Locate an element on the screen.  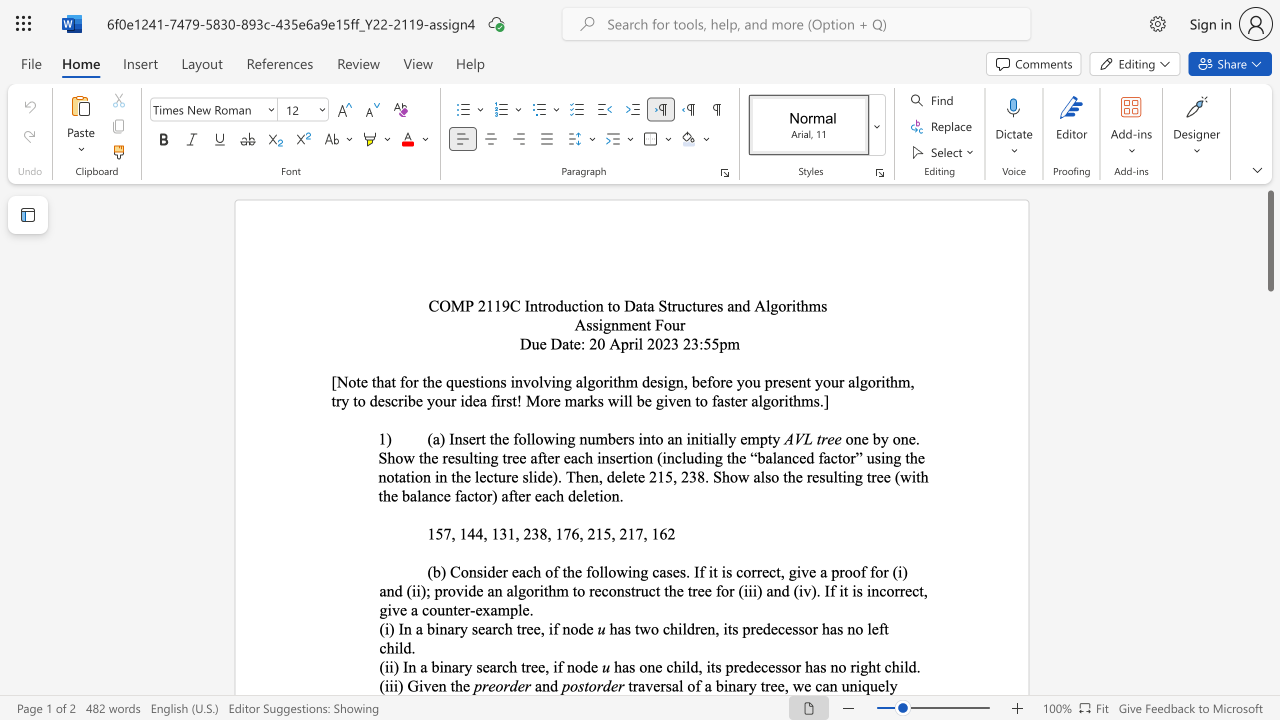
the 1th character "n" in the text is located at coordinates (441, 685).